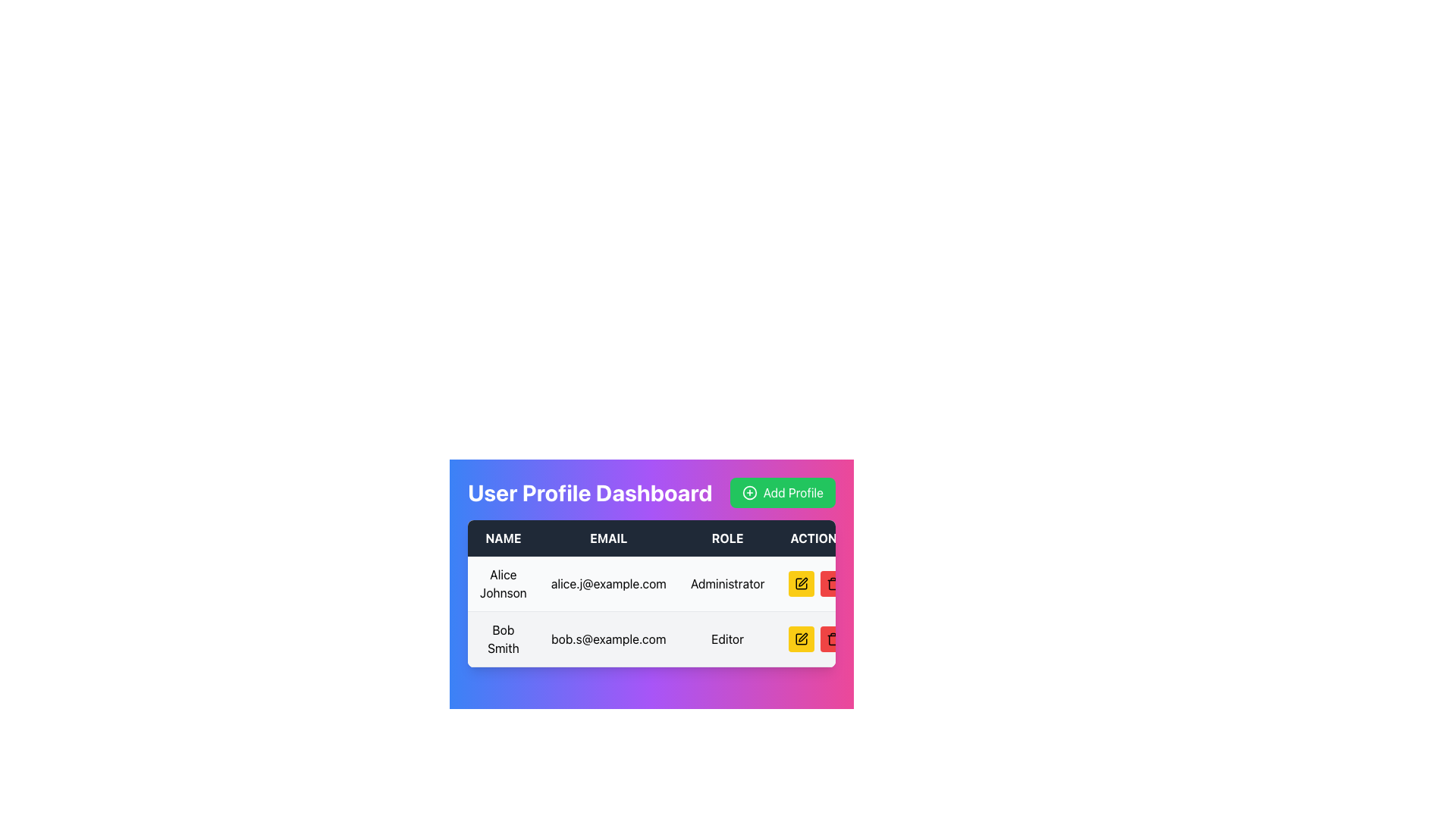 Image resolution: width=1456 pixels, height=819 pixels. Describe the element at coordinates (801, 583) in the screenshot. I see `the yellow rectangular button with a black outline containing a pencil icon for the user 'Bob Smith'` at that location.